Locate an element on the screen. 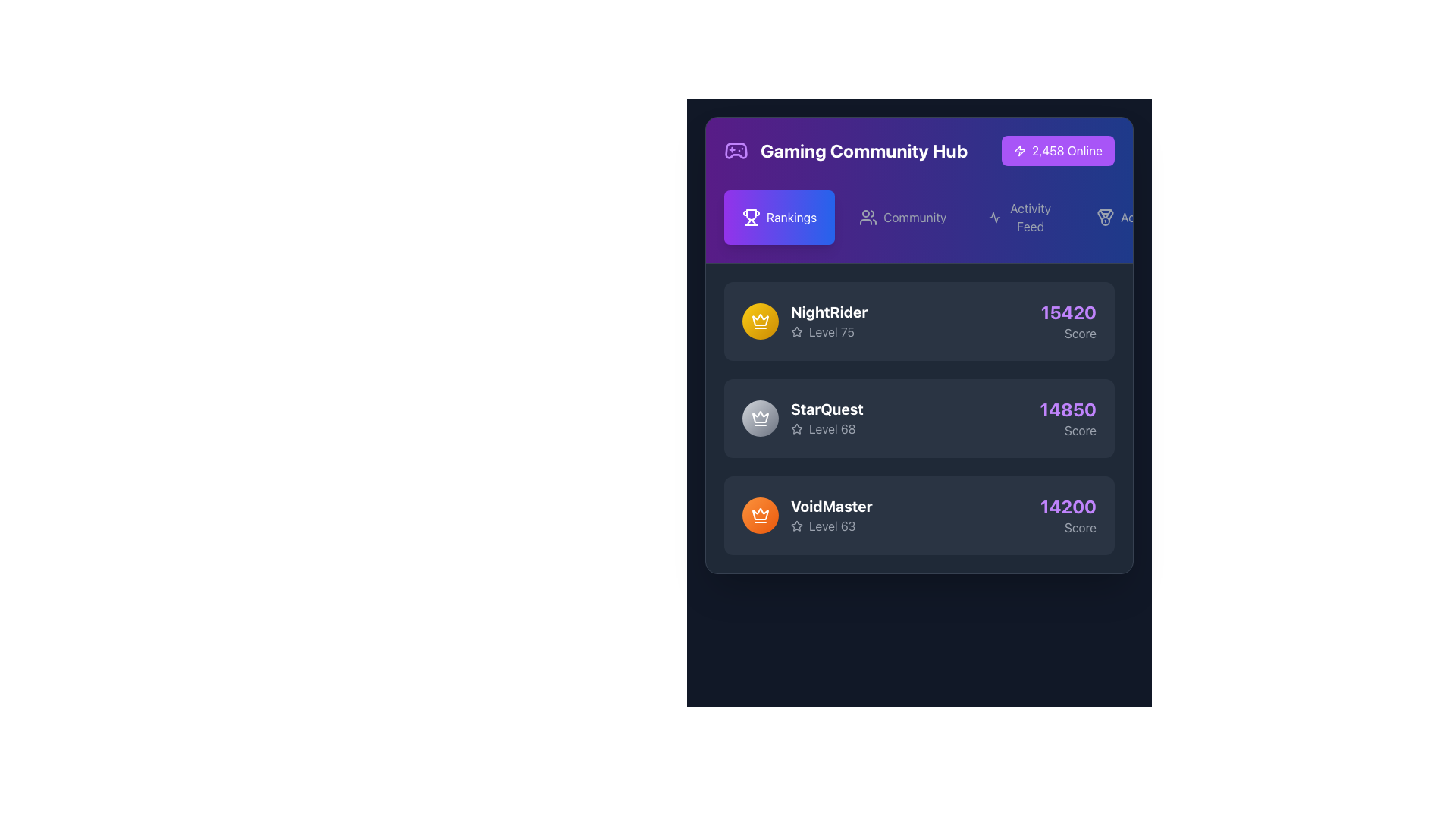 The width and height of the screenshot is (1456, 819). the small SVG icon resembling a waveform located in the top navigation bar to the left of the 'Activity Feed' label is located at coordinates (995, 217).